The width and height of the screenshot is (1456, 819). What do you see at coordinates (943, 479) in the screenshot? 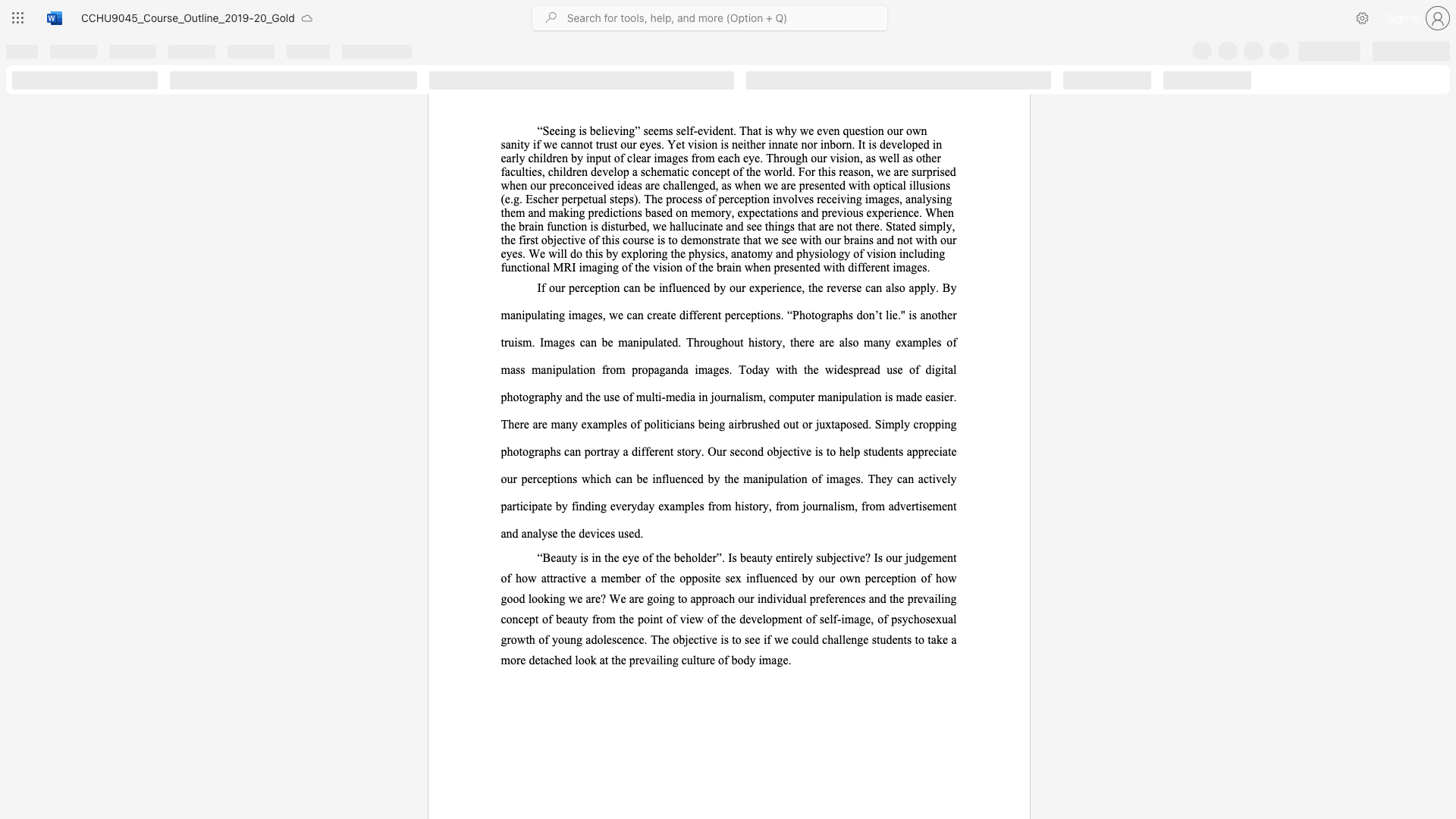
I see `the 19th character "e" in the text` at bounding box center [943, 479].